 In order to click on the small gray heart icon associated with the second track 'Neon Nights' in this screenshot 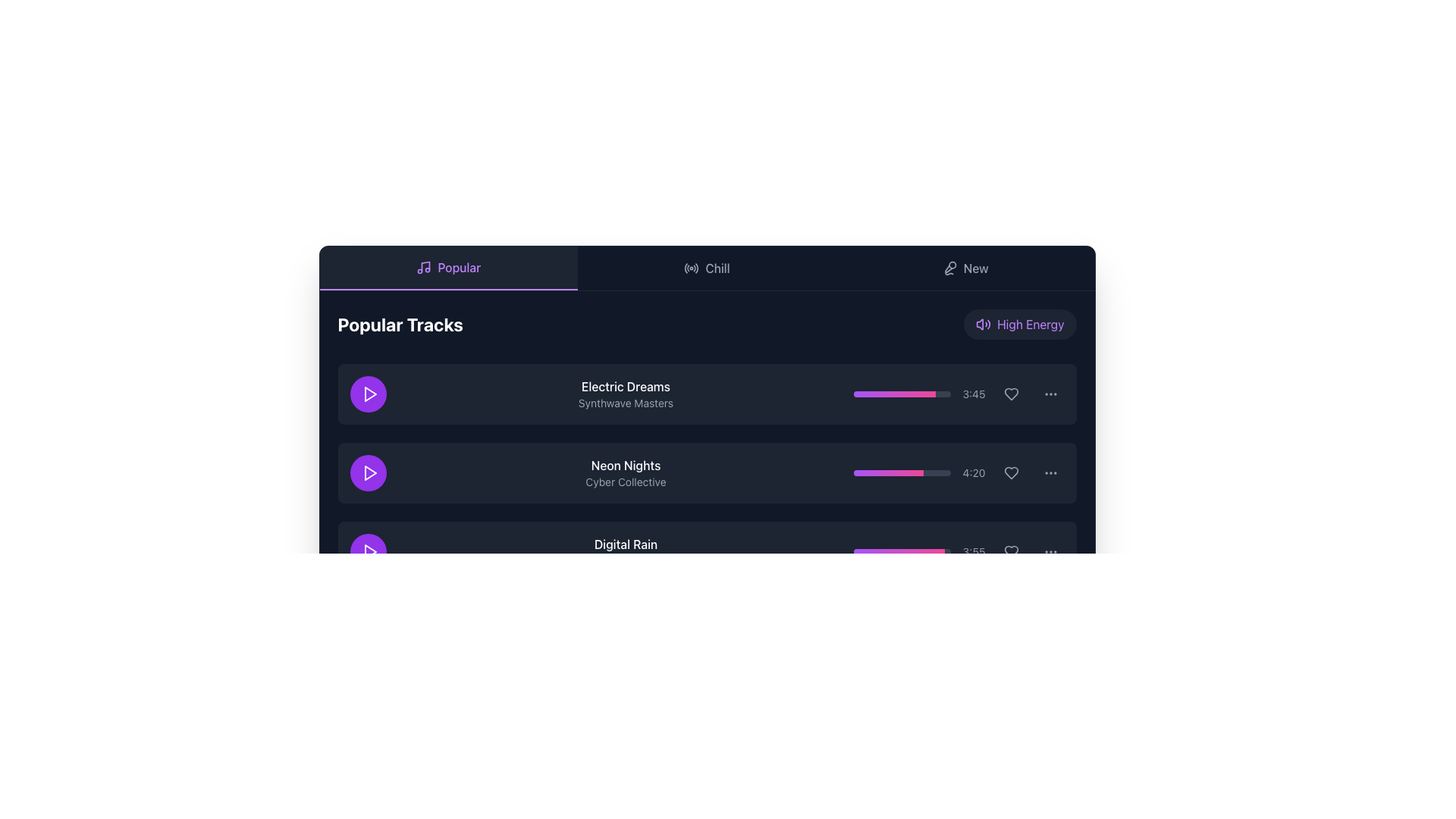, I will do `click(1011, 472)`.